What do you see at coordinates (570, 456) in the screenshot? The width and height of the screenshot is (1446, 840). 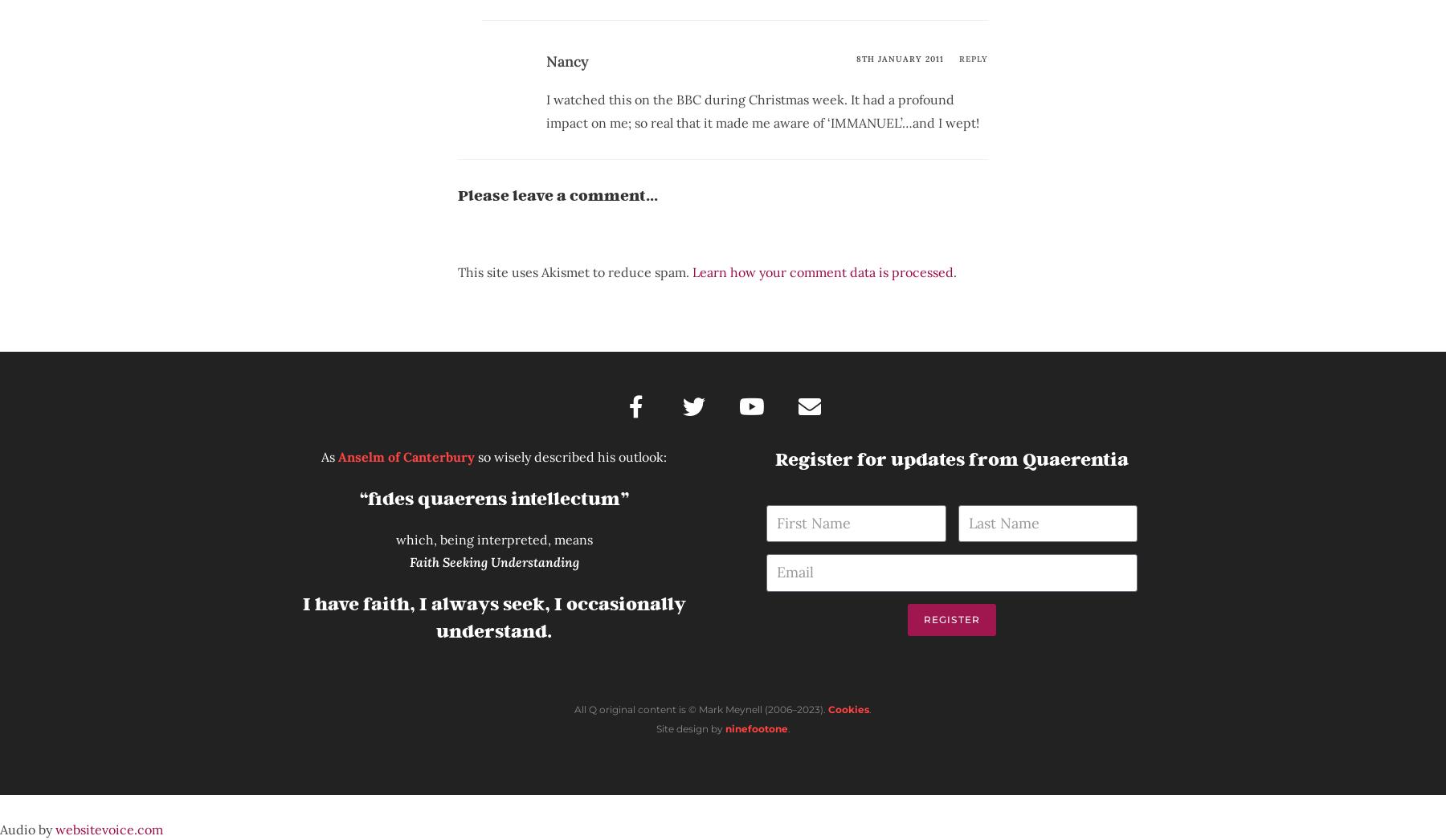 I see `'so wisely described his outlook:'` at bounding box center [570, 456].